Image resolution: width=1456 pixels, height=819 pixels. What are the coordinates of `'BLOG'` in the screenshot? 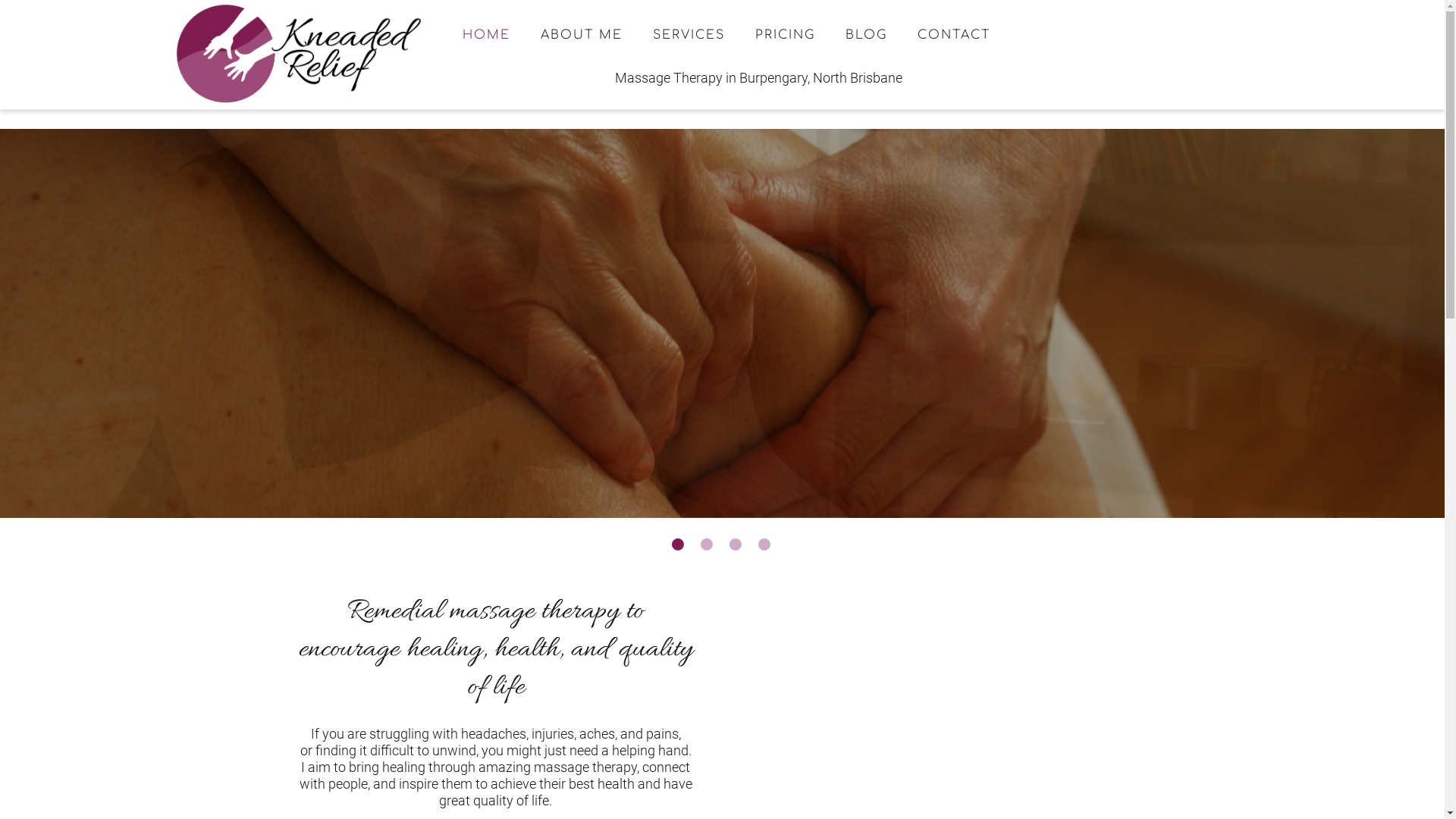 It's located at (866, 34).